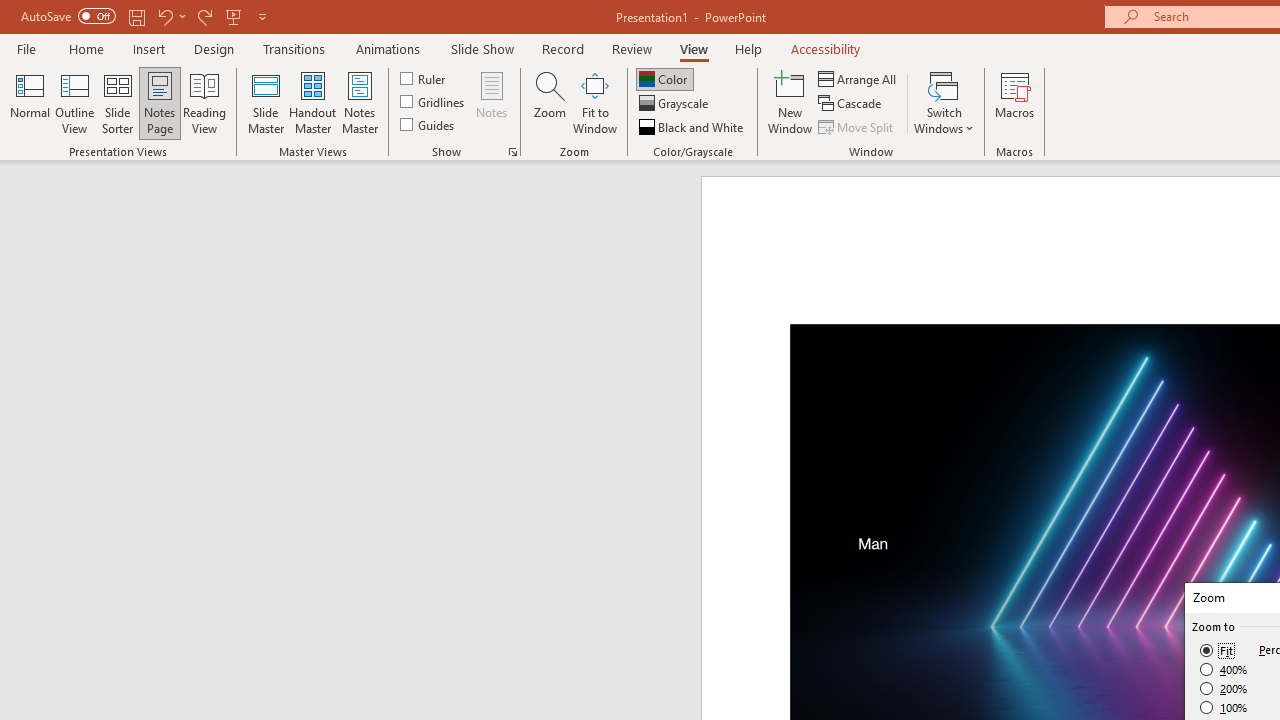 The height and width of the screenshot is (720, 1280). What do you see at coordinates (160, 103) in the screenshot?
I see `'Notes Page'` at bounding box center [160, 103].